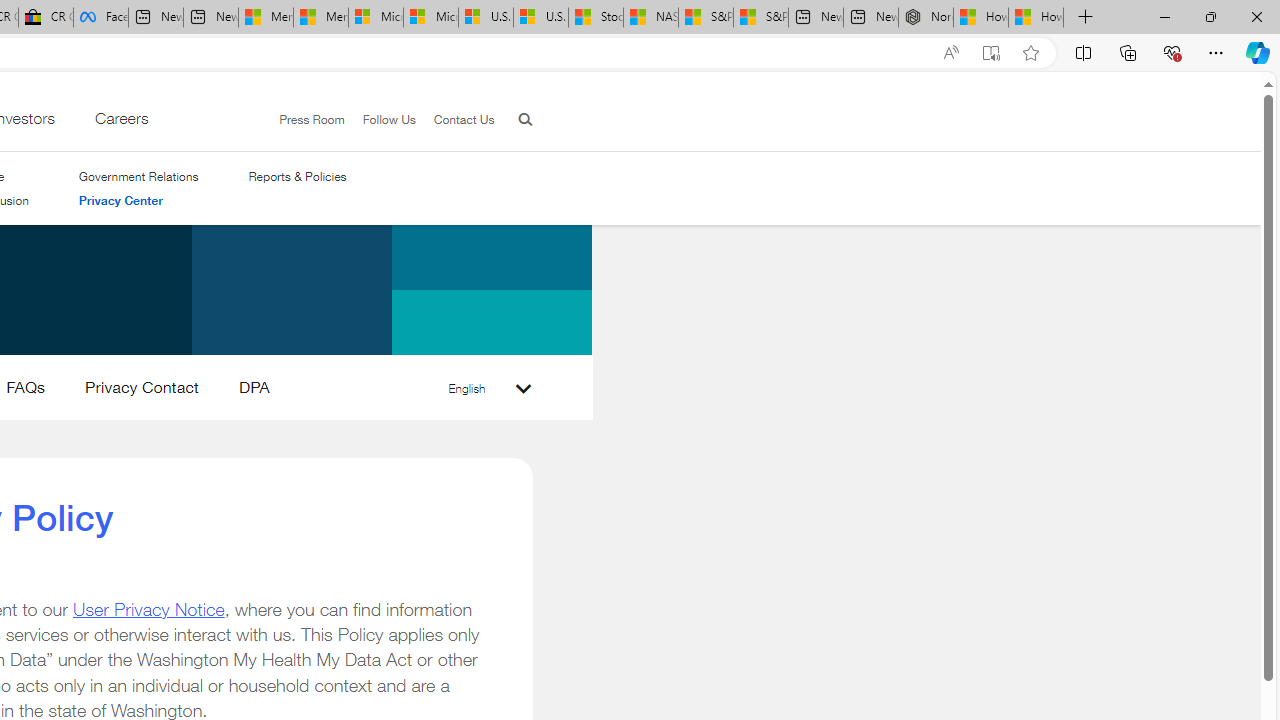  What do you see at coordinates (119, 200) in the screenshot?
I see `'Privacy Center'` at bounding box center [119, 200].